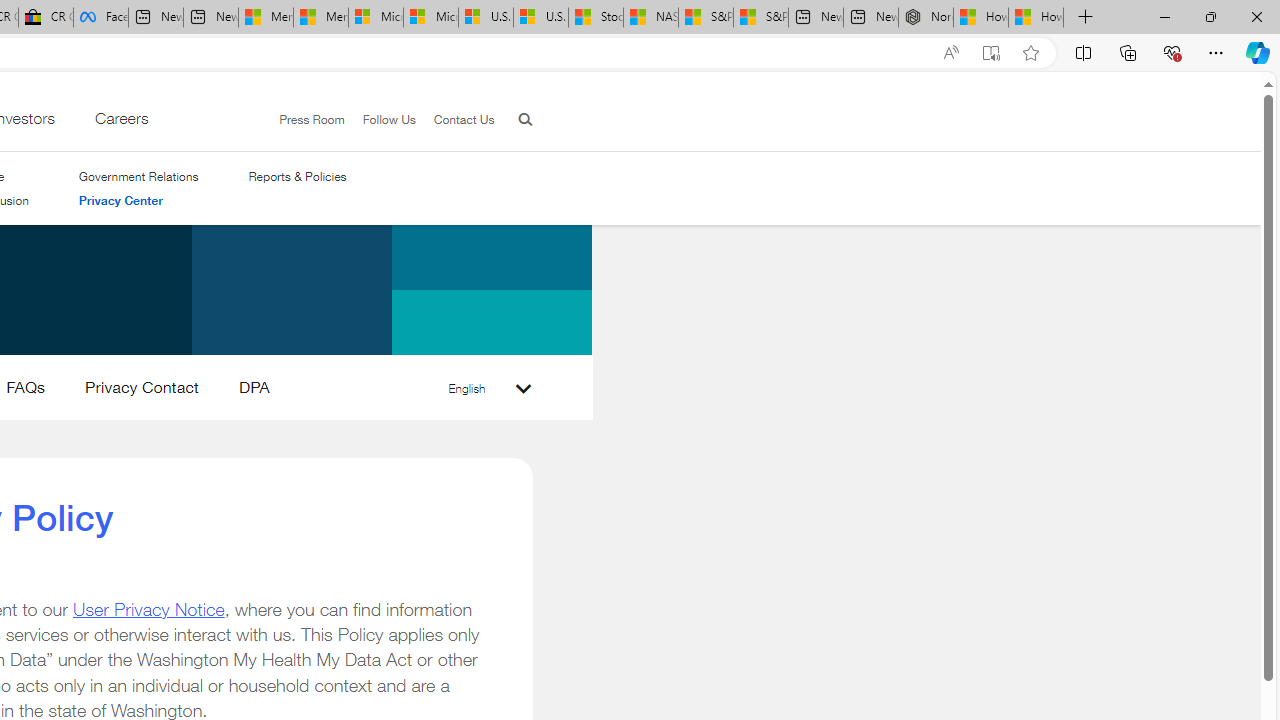  What do you see at coordinates (119, 200) in the screenshot?
I see `'Privacy Center'` at bounding box center [119, 200].